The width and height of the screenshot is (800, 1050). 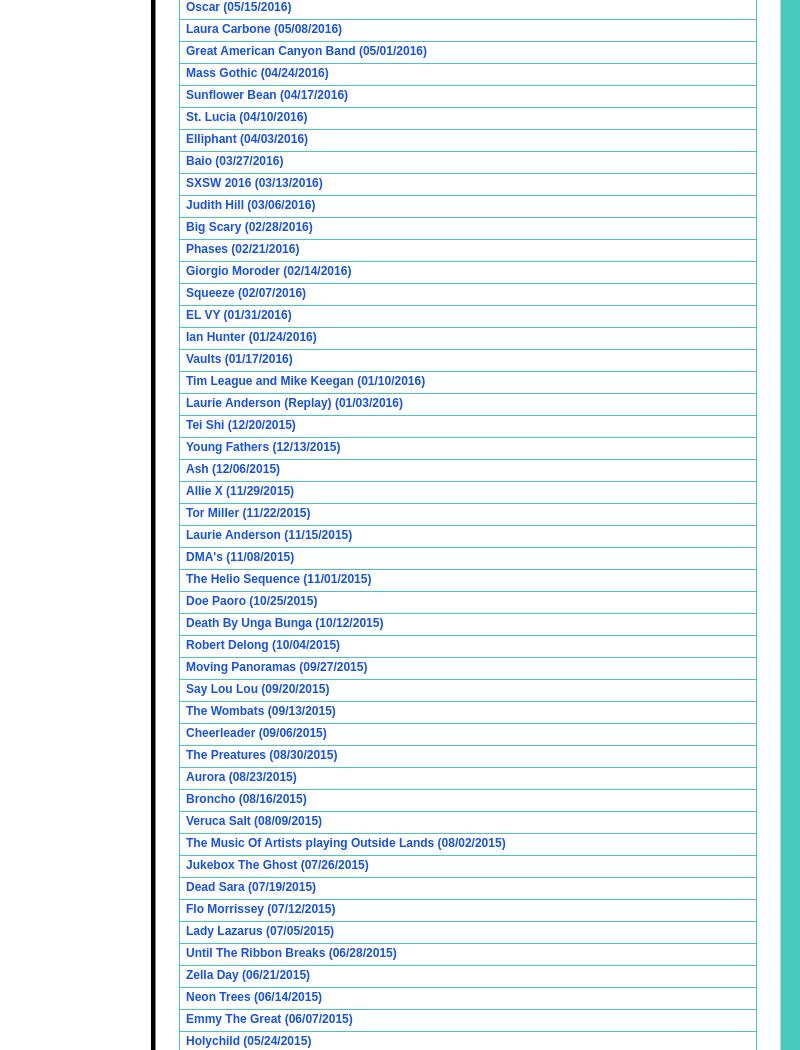 What do you see at coordinates (185, 138) in the screenshot?
I see `'Elliphant (04/03/2016)'` at bounding box center [185, 138].